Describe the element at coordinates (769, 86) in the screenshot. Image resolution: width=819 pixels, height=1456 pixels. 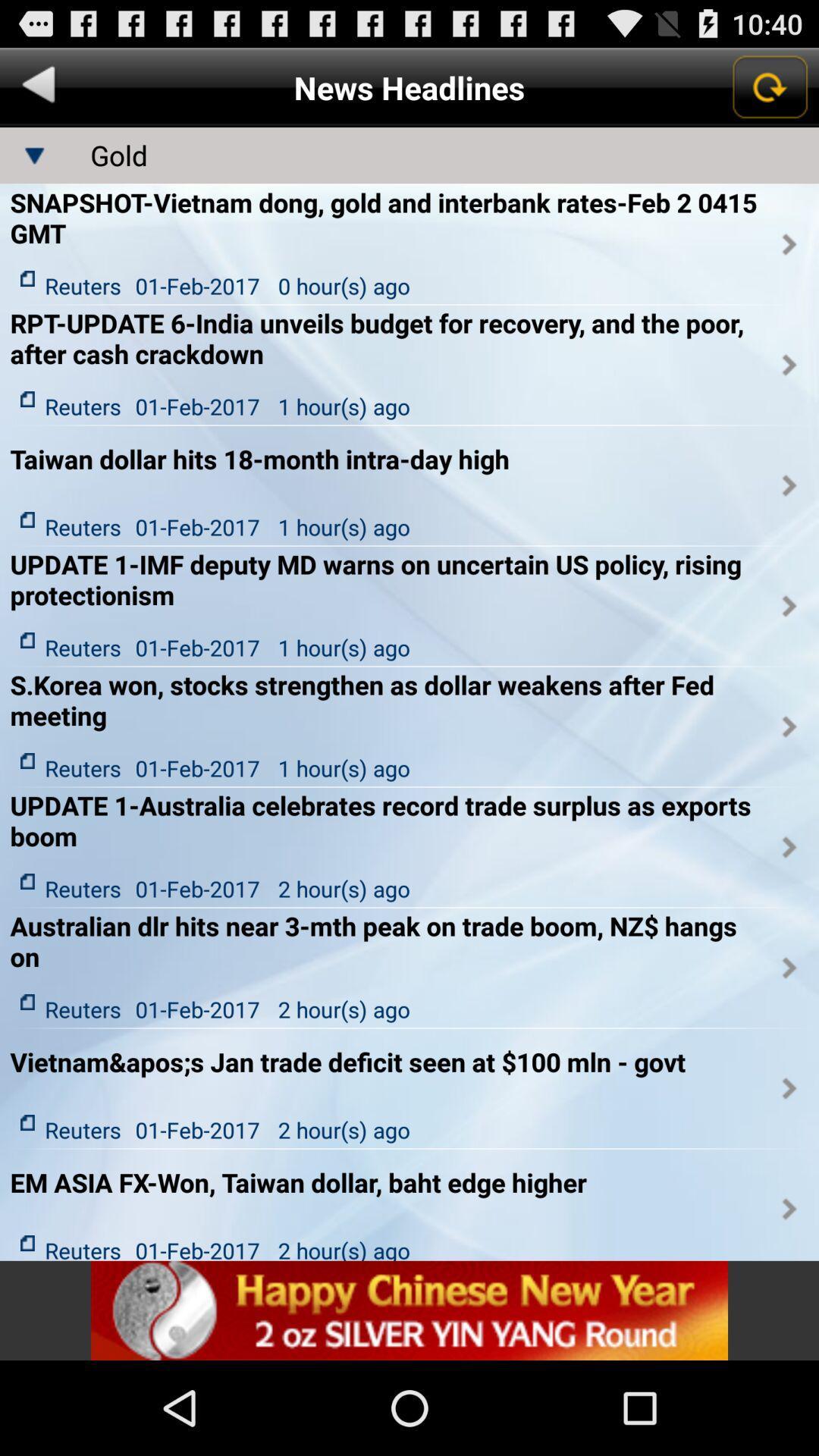
I see `press return icon` at that location.